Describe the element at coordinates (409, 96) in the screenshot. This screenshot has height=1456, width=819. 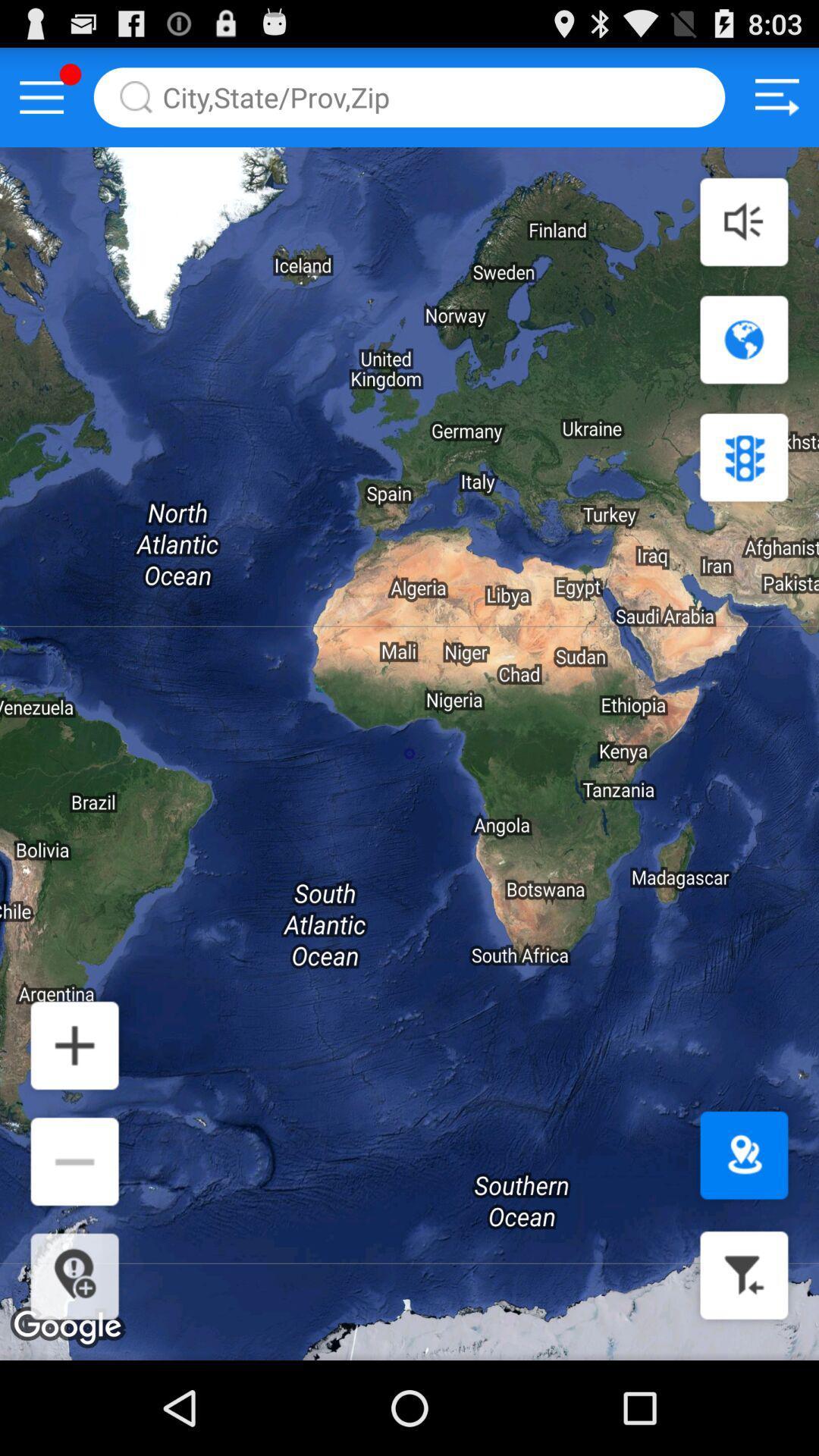
I see `icon at the top` at that location.